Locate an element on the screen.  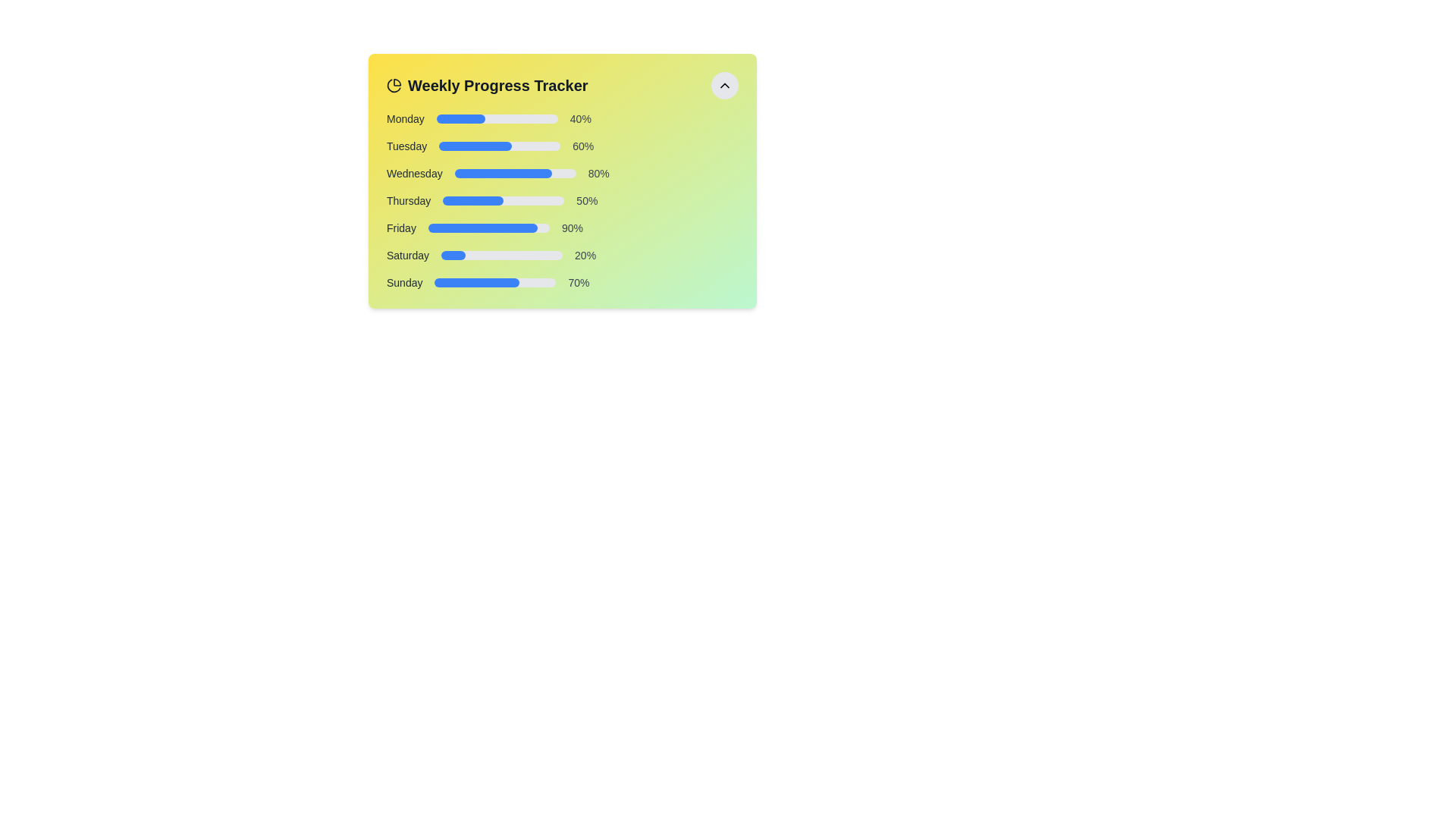
the text label displaying 'Sunday' in the Weekly Progress Tracker panel, which is styled in dark gray against a light yellow-green gradient background is located at coordinates (404, 283).